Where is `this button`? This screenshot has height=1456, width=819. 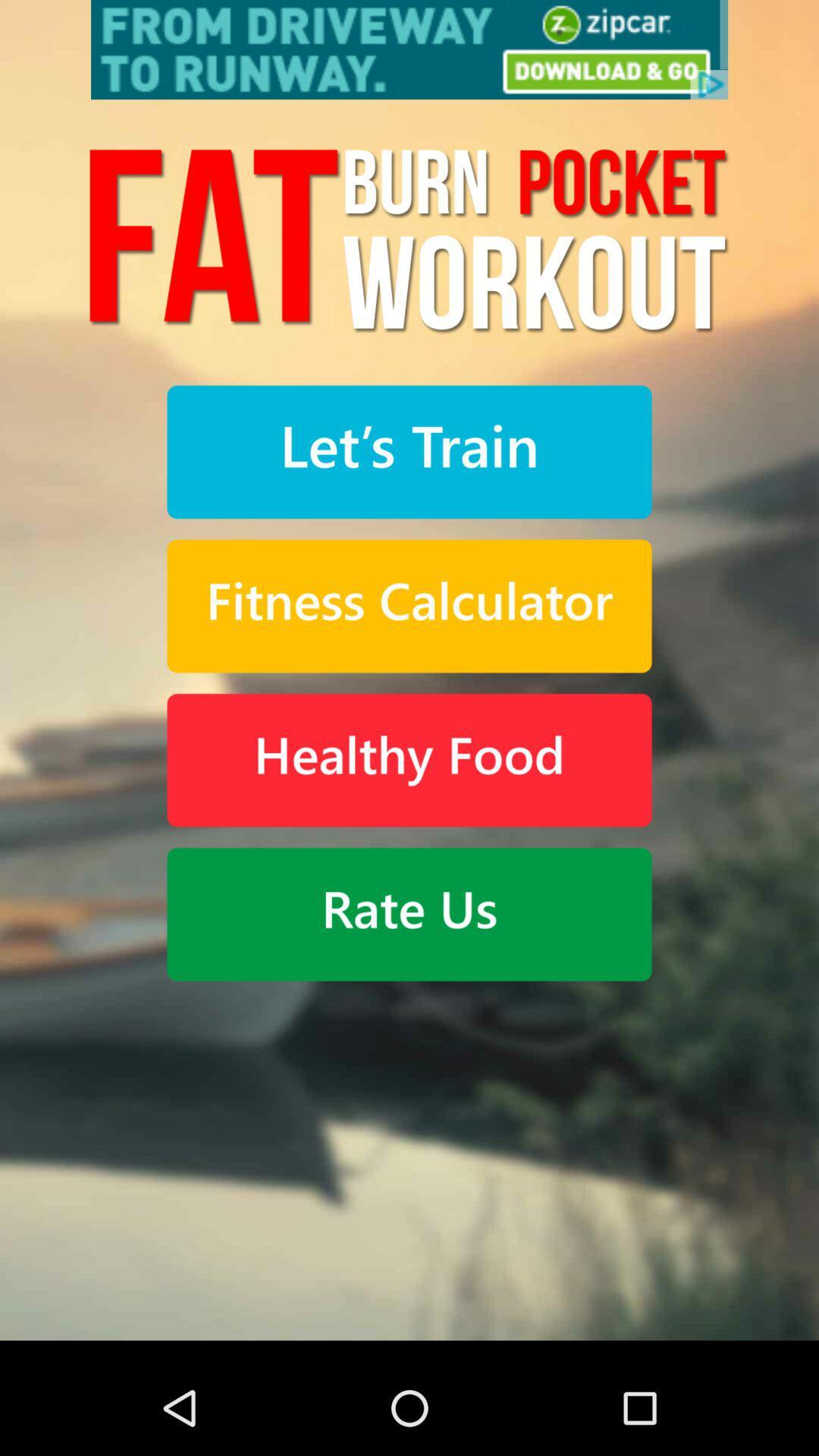
this button is located at coordinates (409, 605).